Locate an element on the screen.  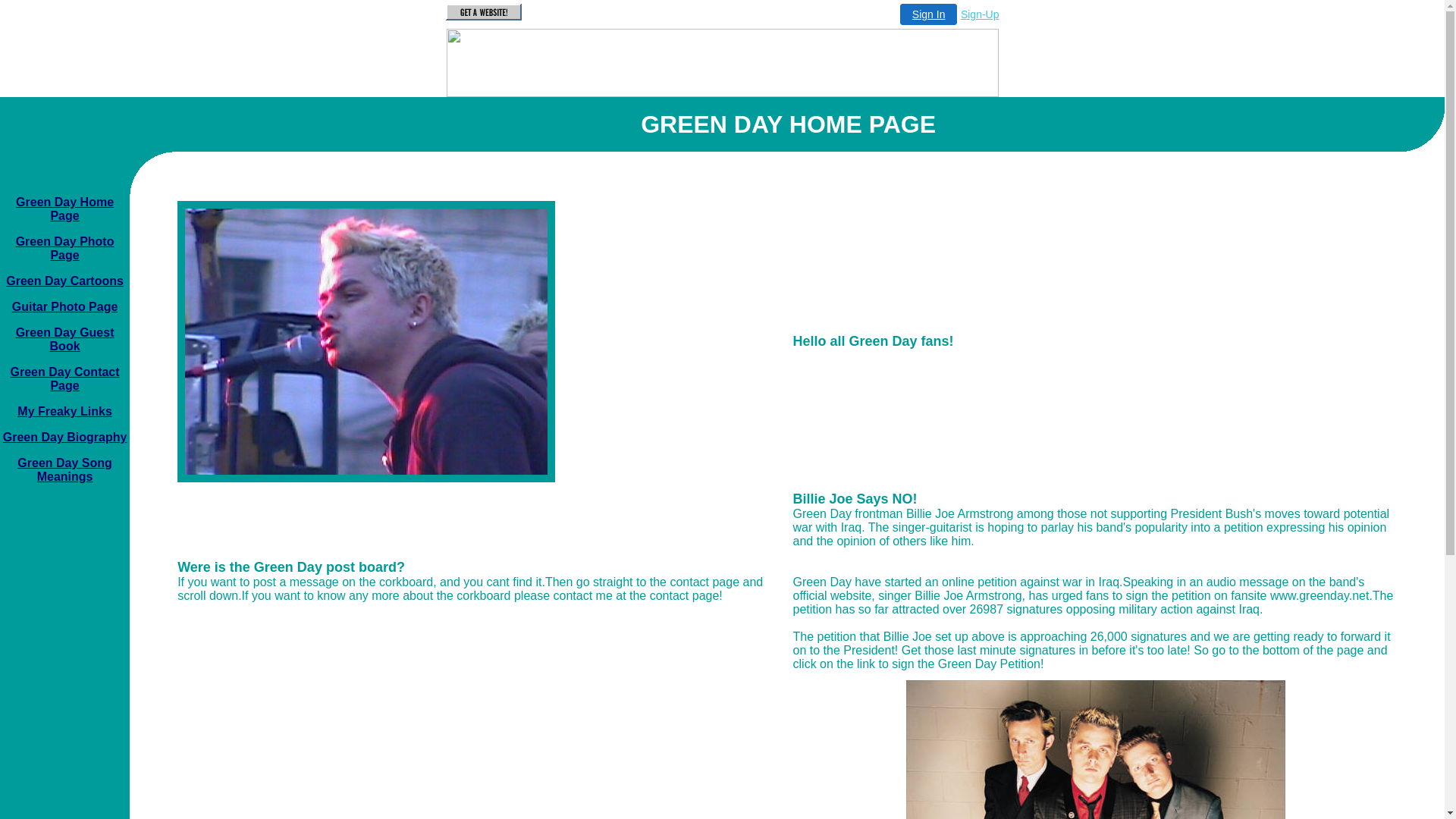
'Green Day Biography' is located at coordinates (3, 437).